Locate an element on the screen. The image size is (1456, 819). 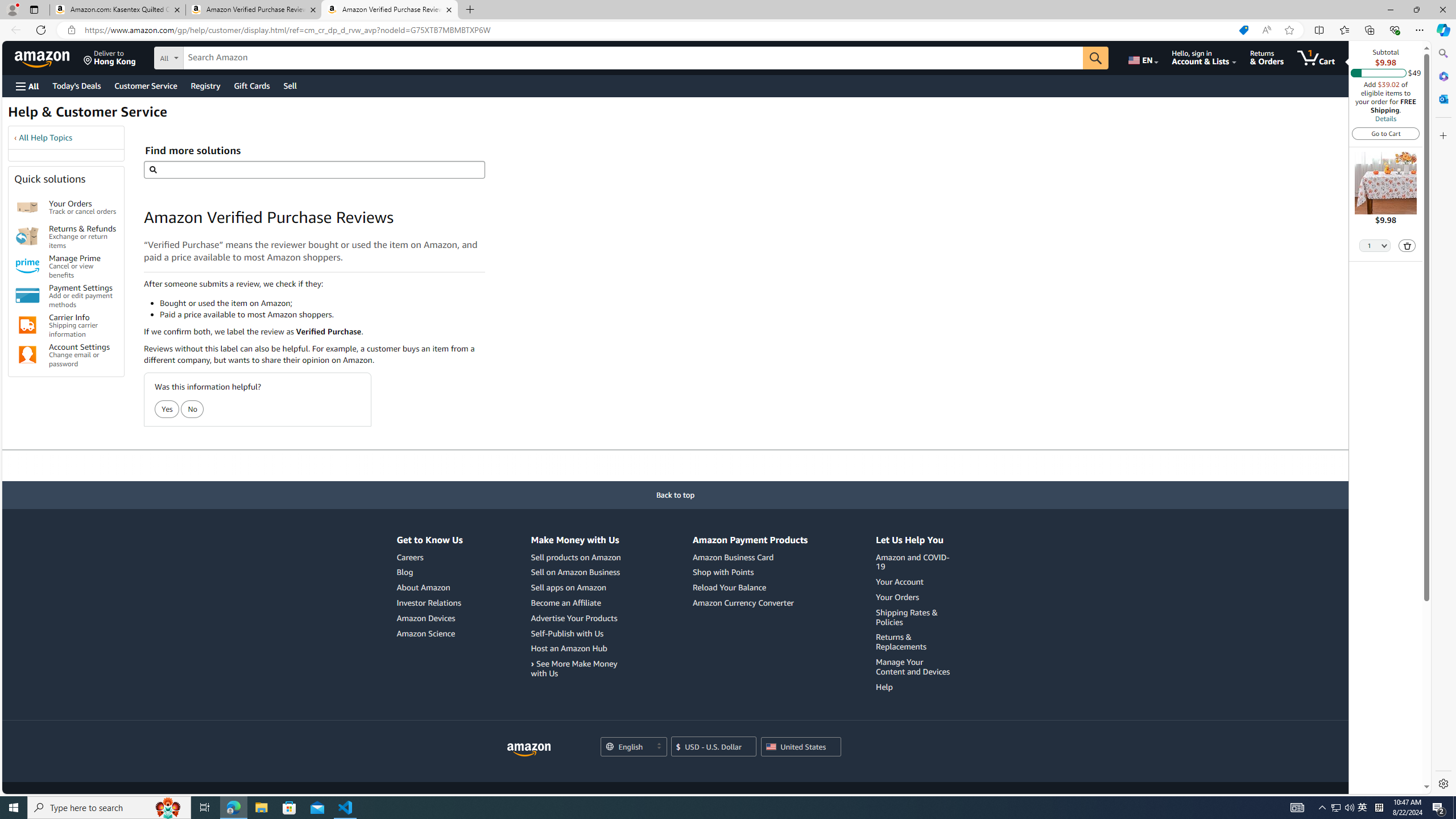
'Payment Settings Add or edit payment methods' is located at coordinates (82, 295).